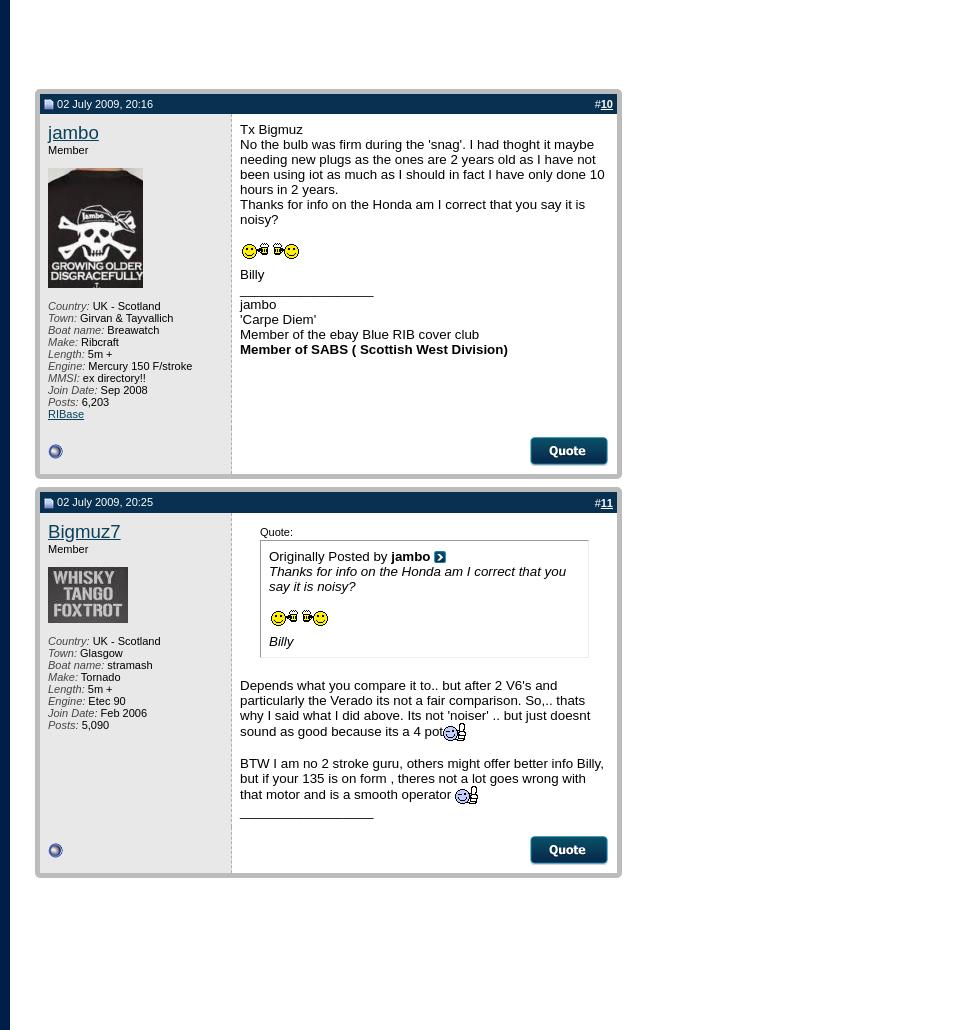  What do you see at coordinates (103, 102) in the screenshot?
I see `'02 July 2009, 20:16'` at bounding box center [103, 102].